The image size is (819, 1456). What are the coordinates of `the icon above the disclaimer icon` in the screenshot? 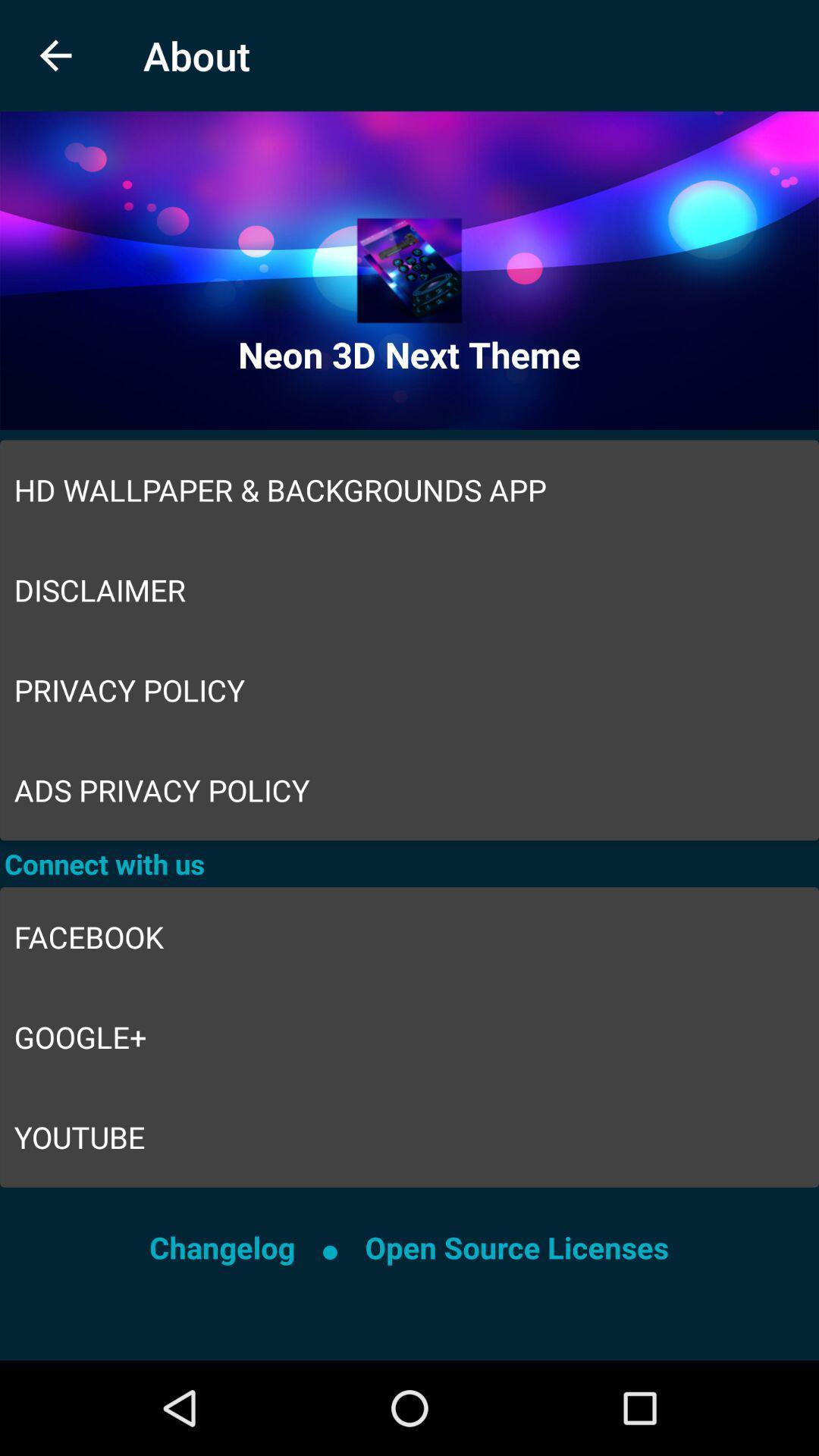 It's located at (409, 490).